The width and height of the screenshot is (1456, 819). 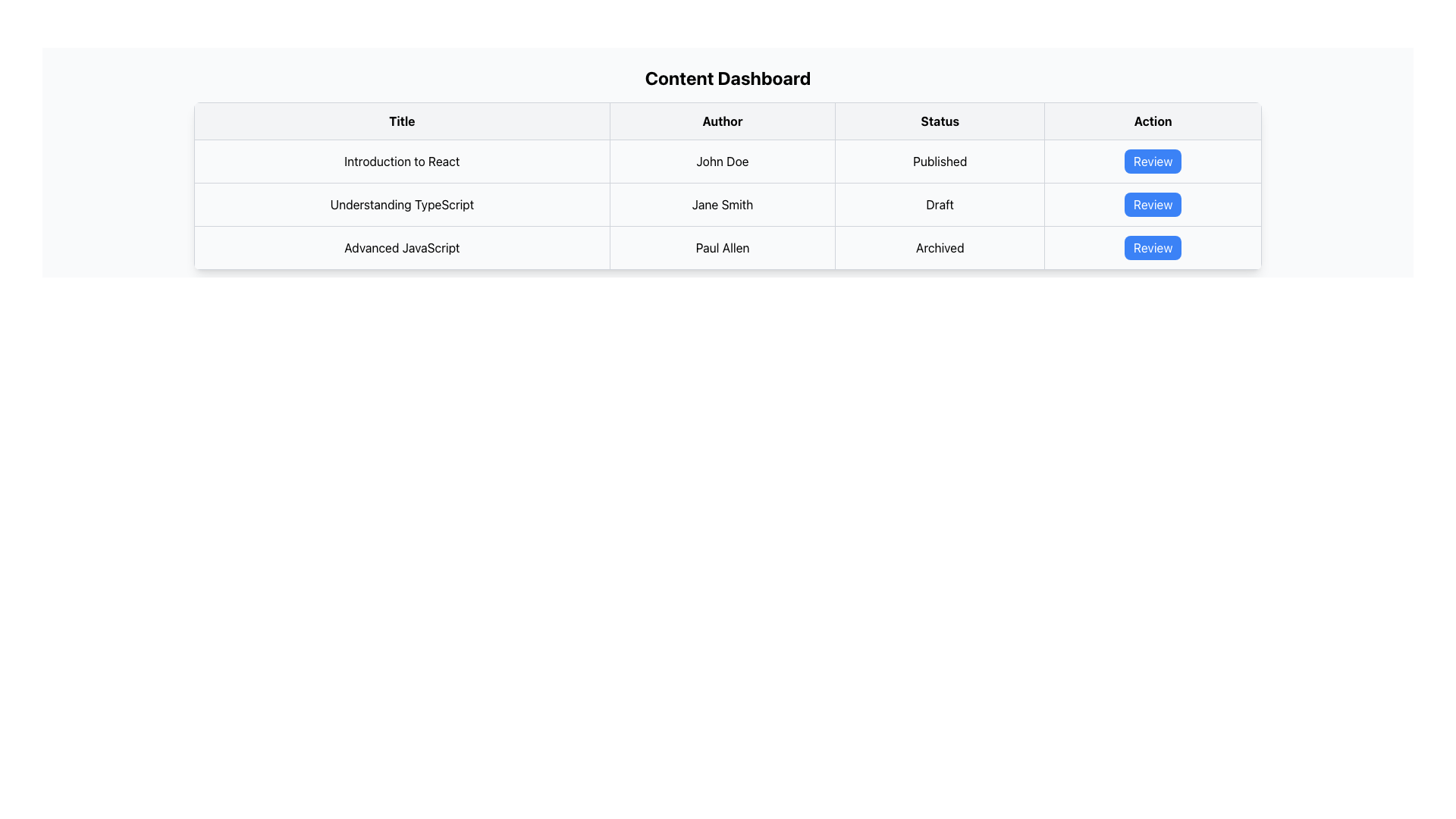 What do you see at coordinates (1153, 205) in the screenshot?
I see `the review button for the item 'Understanding TypeScript' by 'Jane Smith'` at bounding box center [1153, 205].